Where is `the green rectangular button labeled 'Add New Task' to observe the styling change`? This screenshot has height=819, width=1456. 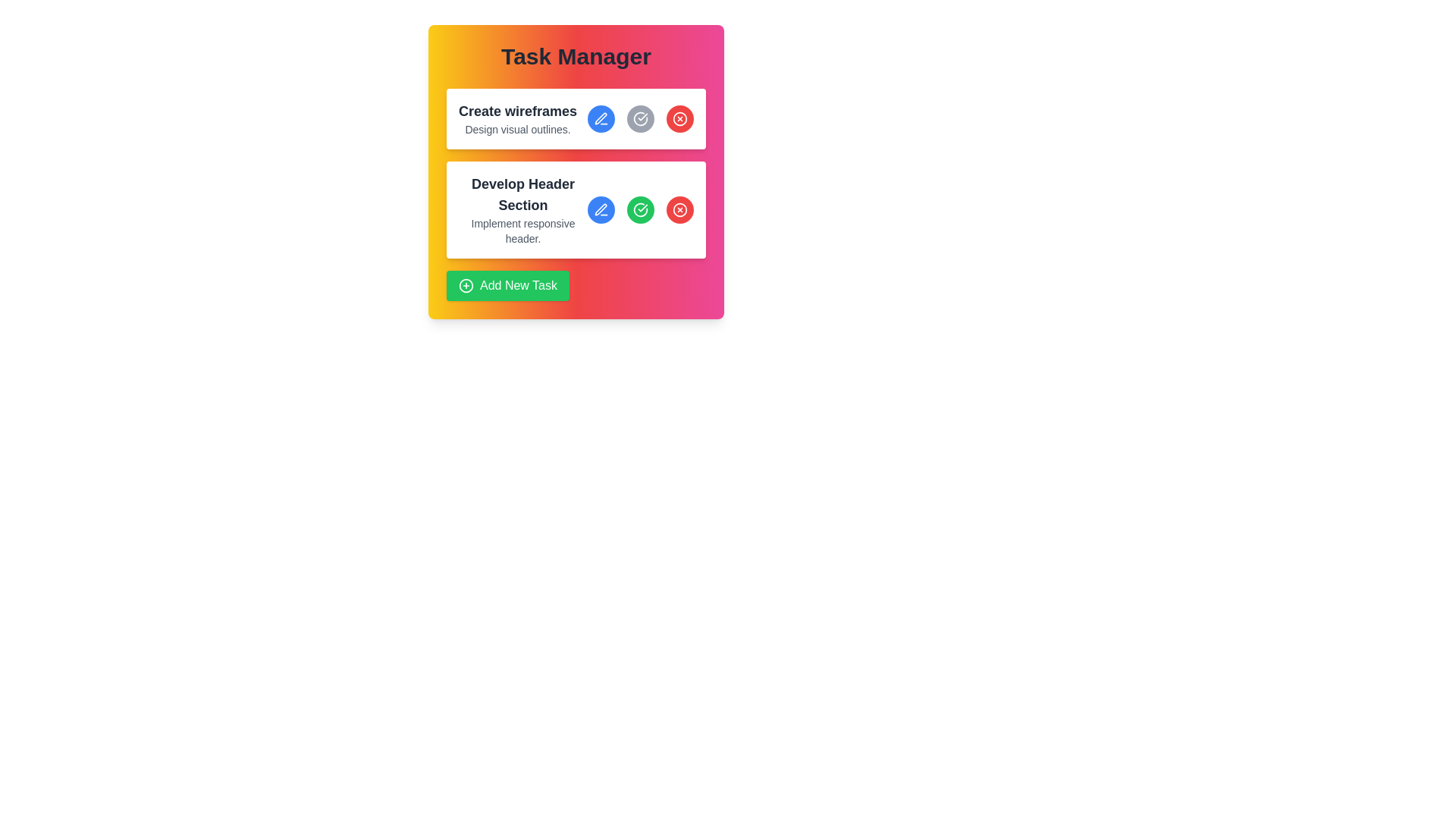 the green rectangular button labeled 'Add New Task' to observe the styling change is located at coordinates (508, 286).